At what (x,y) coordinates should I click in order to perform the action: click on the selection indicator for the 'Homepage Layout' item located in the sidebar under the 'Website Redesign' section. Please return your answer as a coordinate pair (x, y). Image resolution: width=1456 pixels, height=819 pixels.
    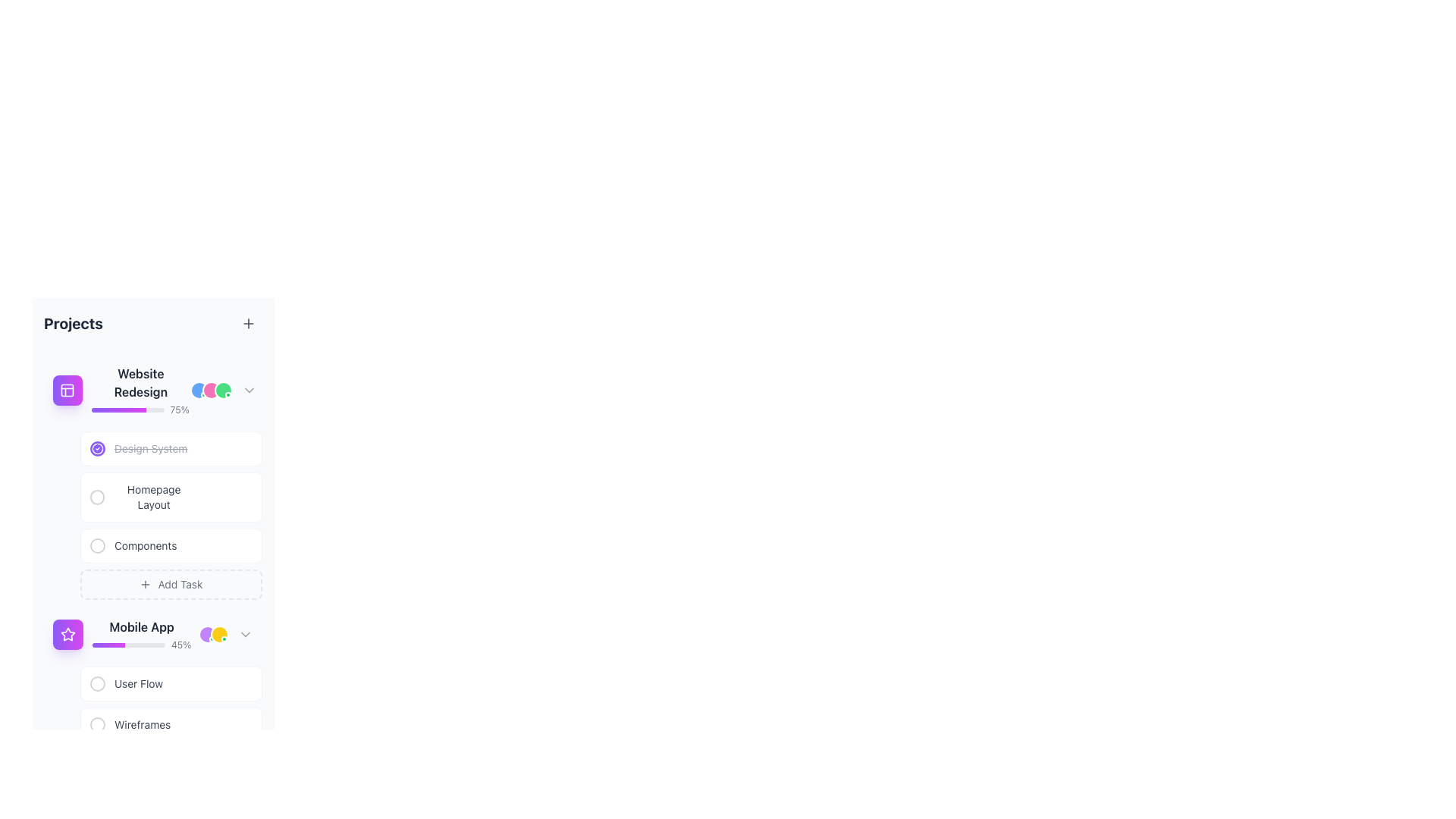
    Looking at the image, I should click on (96, 497).